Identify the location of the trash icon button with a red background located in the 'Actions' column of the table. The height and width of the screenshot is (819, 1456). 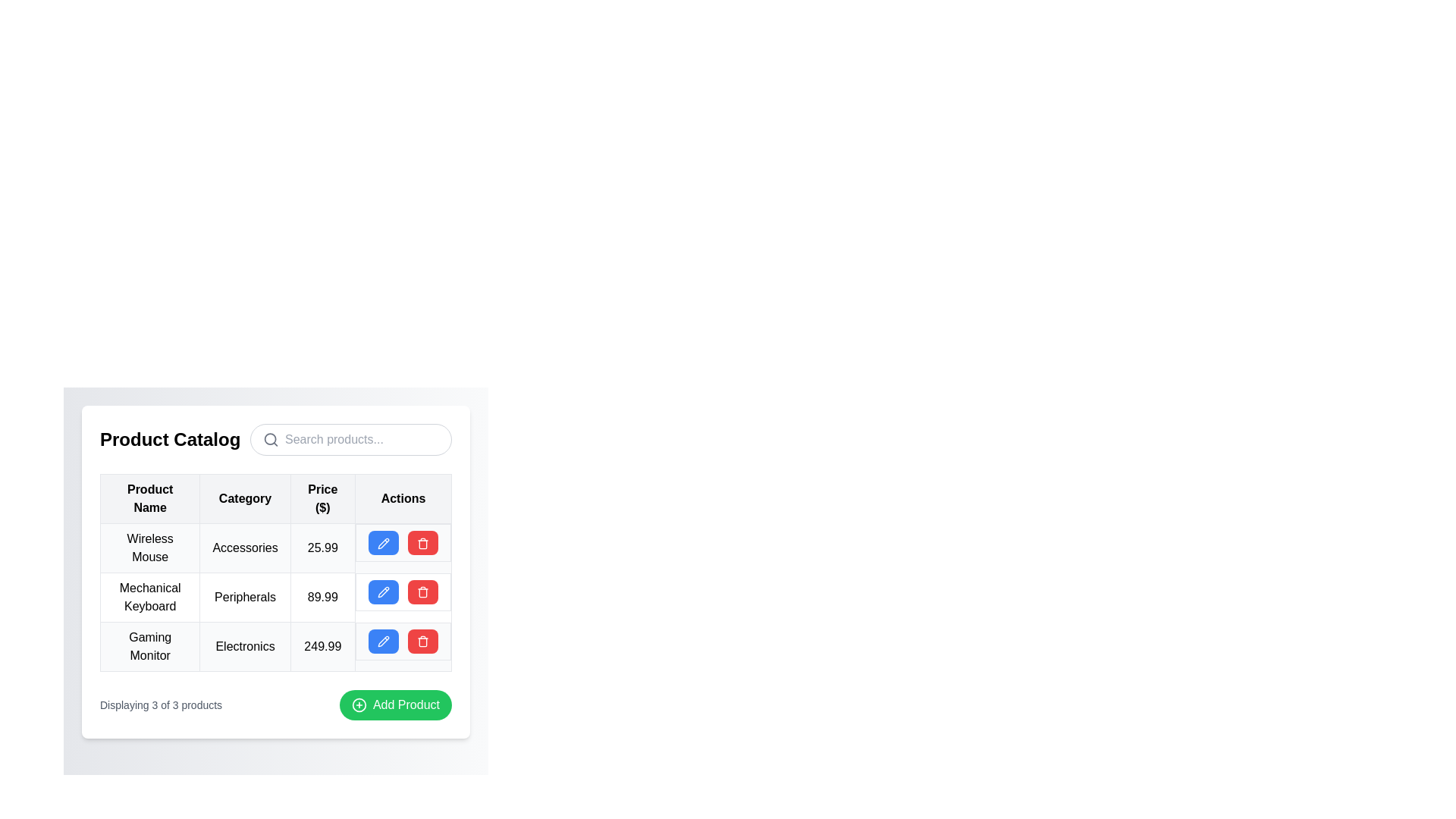
(422, 642).